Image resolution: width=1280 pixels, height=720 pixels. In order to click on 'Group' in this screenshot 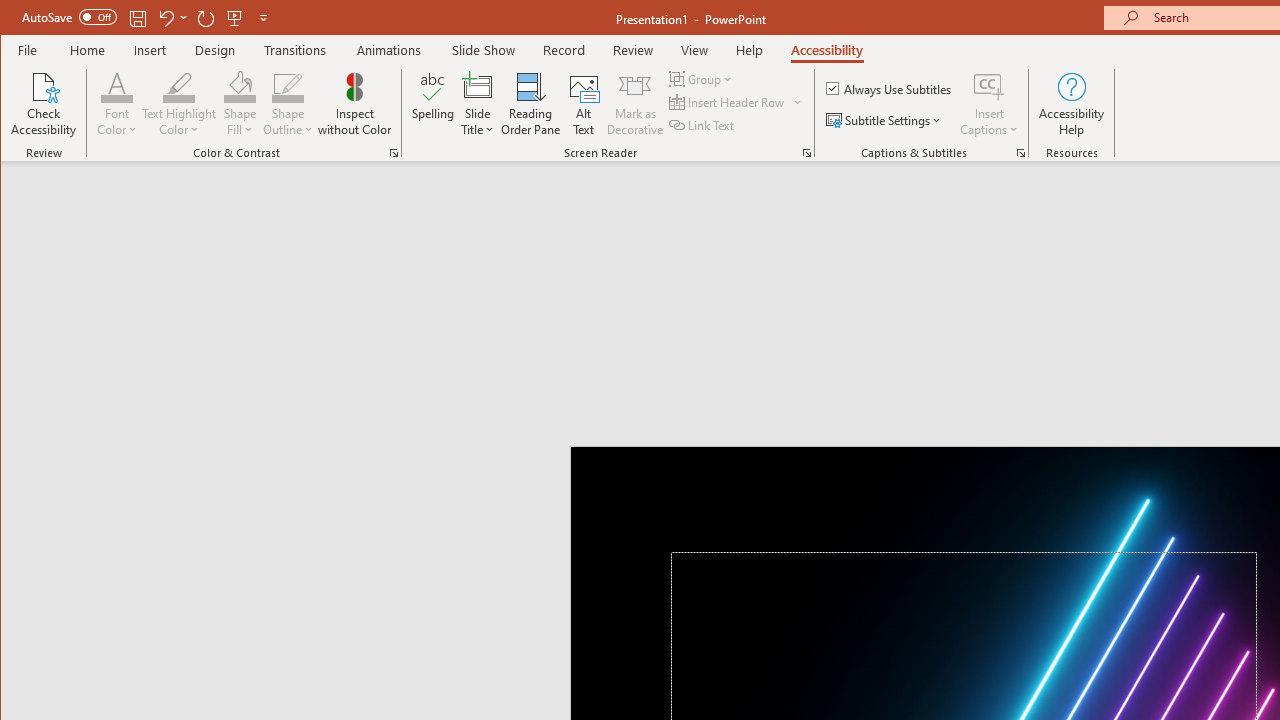, I will do `click(702, 78)`.